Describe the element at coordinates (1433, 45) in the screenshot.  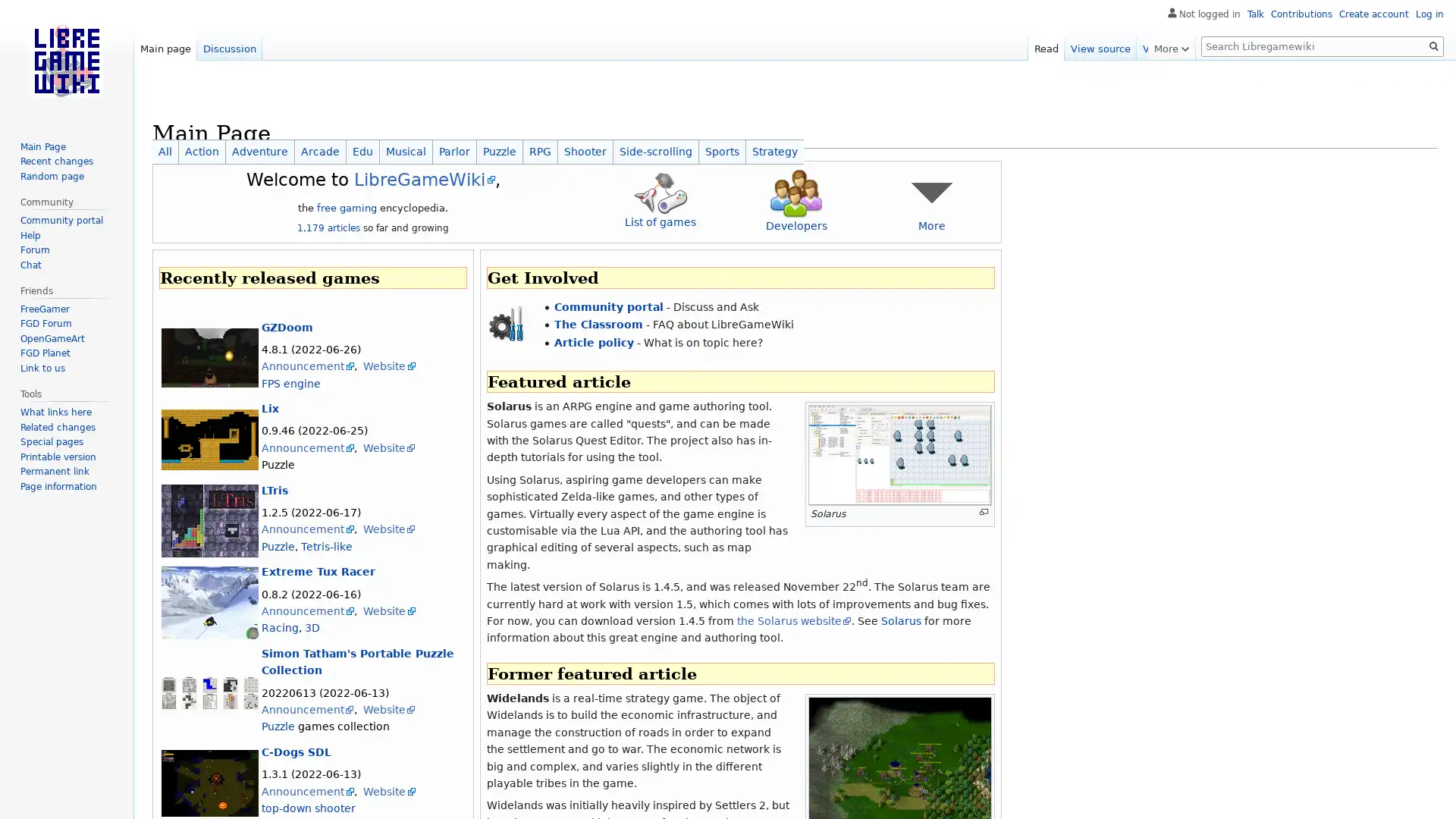
I see `Search` at that location.